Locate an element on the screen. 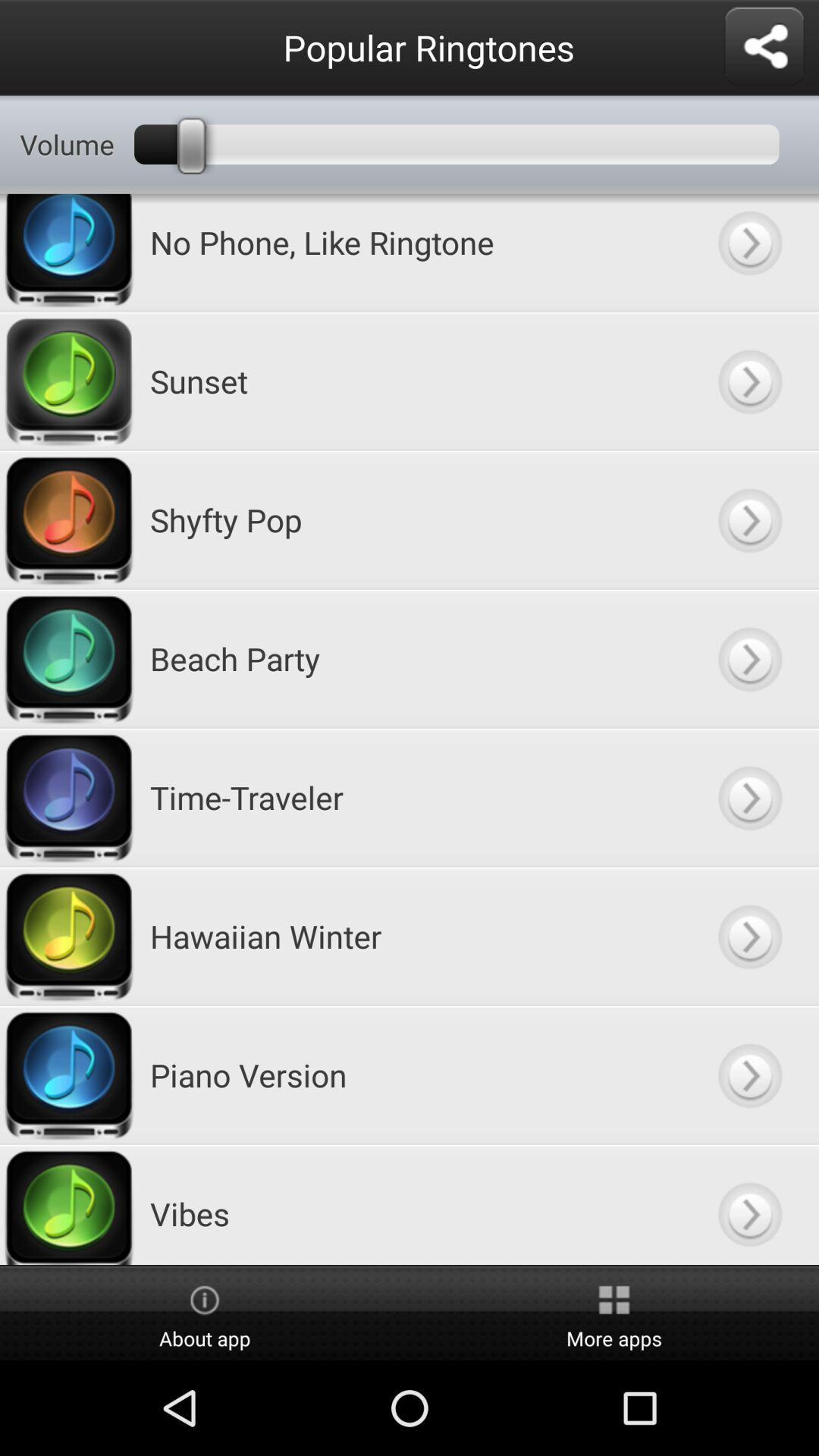  show more information is located at coordinates (748, 253).